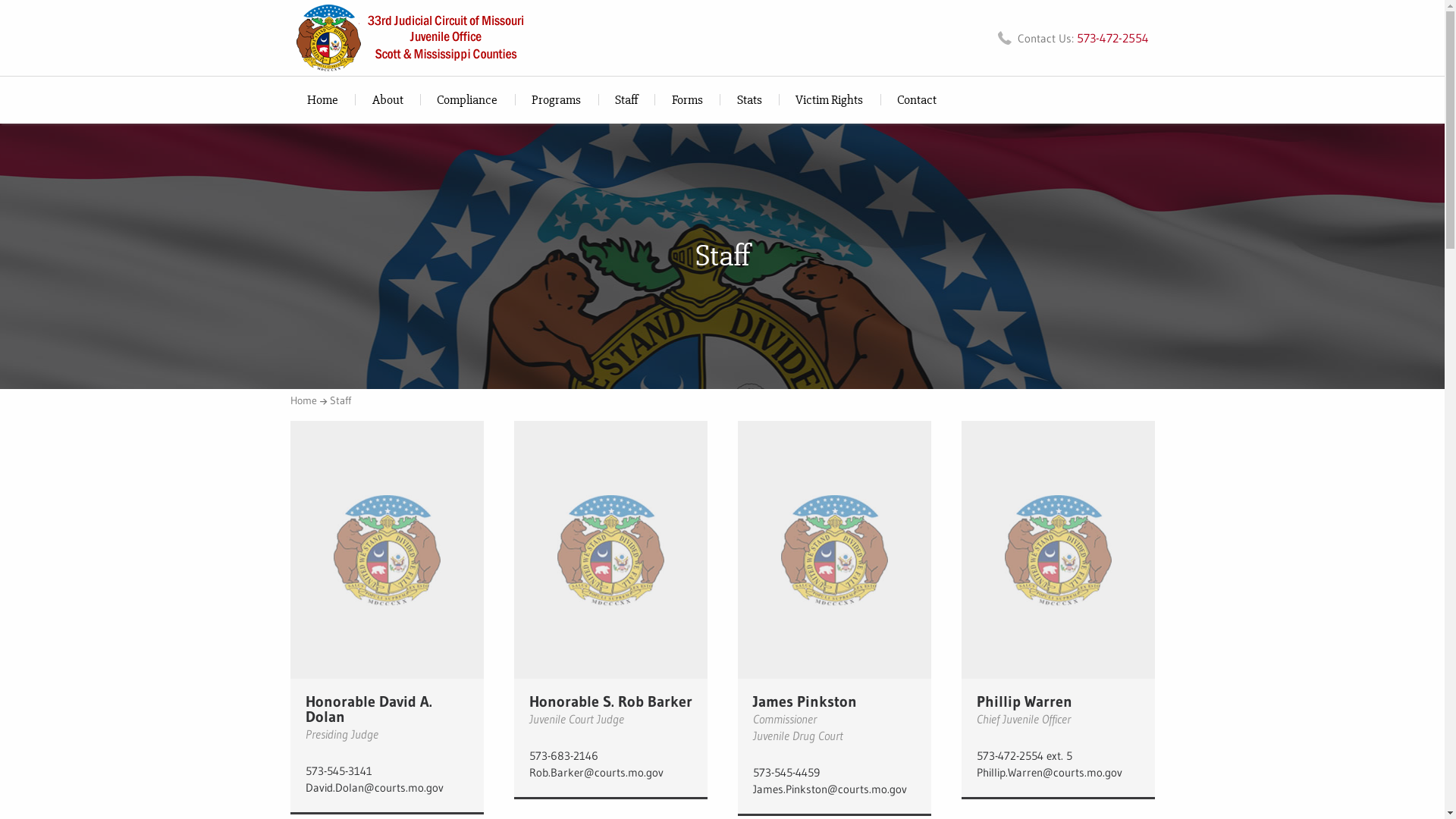  Describe the element at coordinates (719, 99) in the screenshot. I see `'Stats'` at that location.